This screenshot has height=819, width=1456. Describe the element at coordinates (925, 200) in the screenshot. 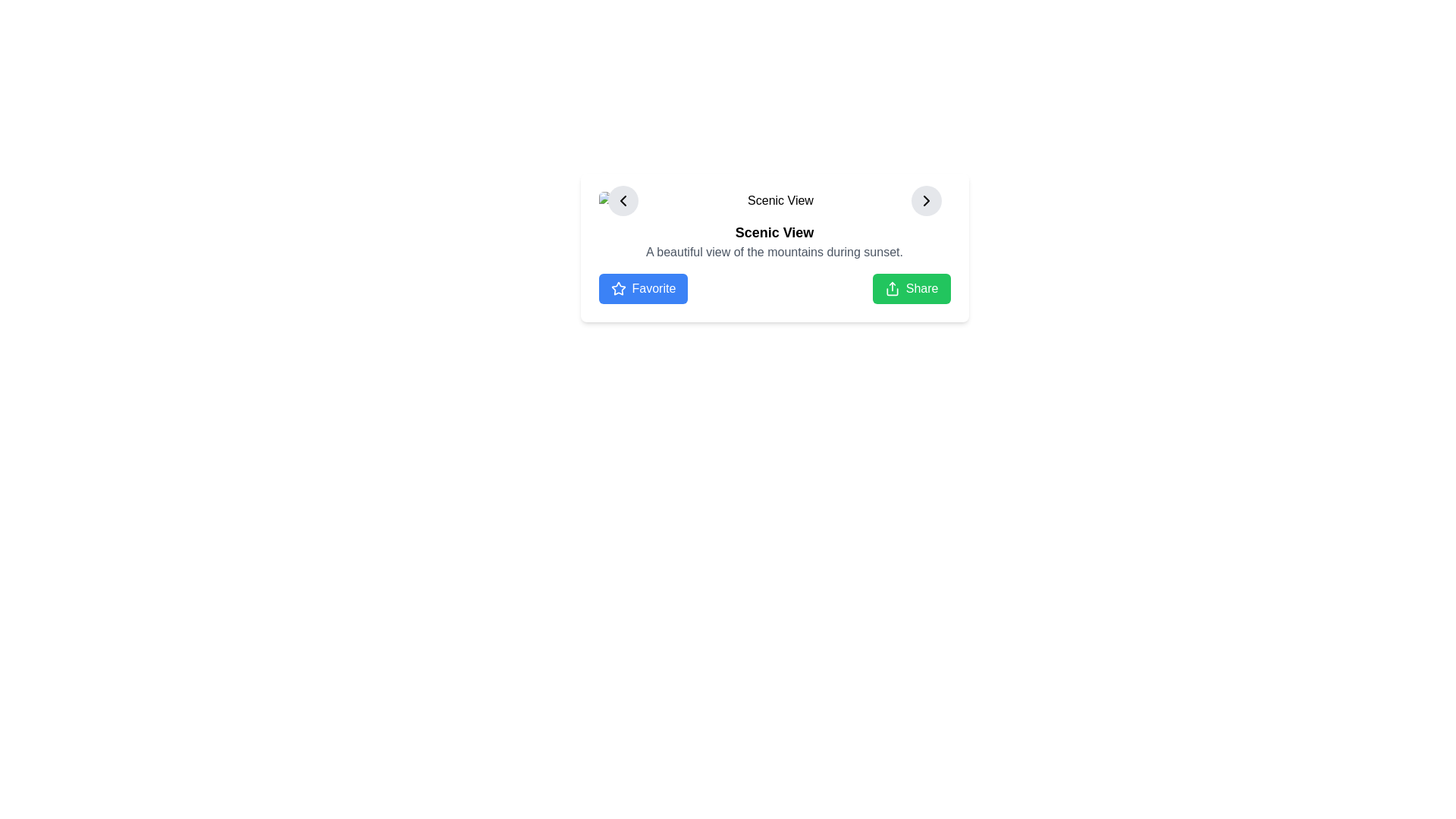

I see `the circular navigation button located at the far right of the card header area` at that location.